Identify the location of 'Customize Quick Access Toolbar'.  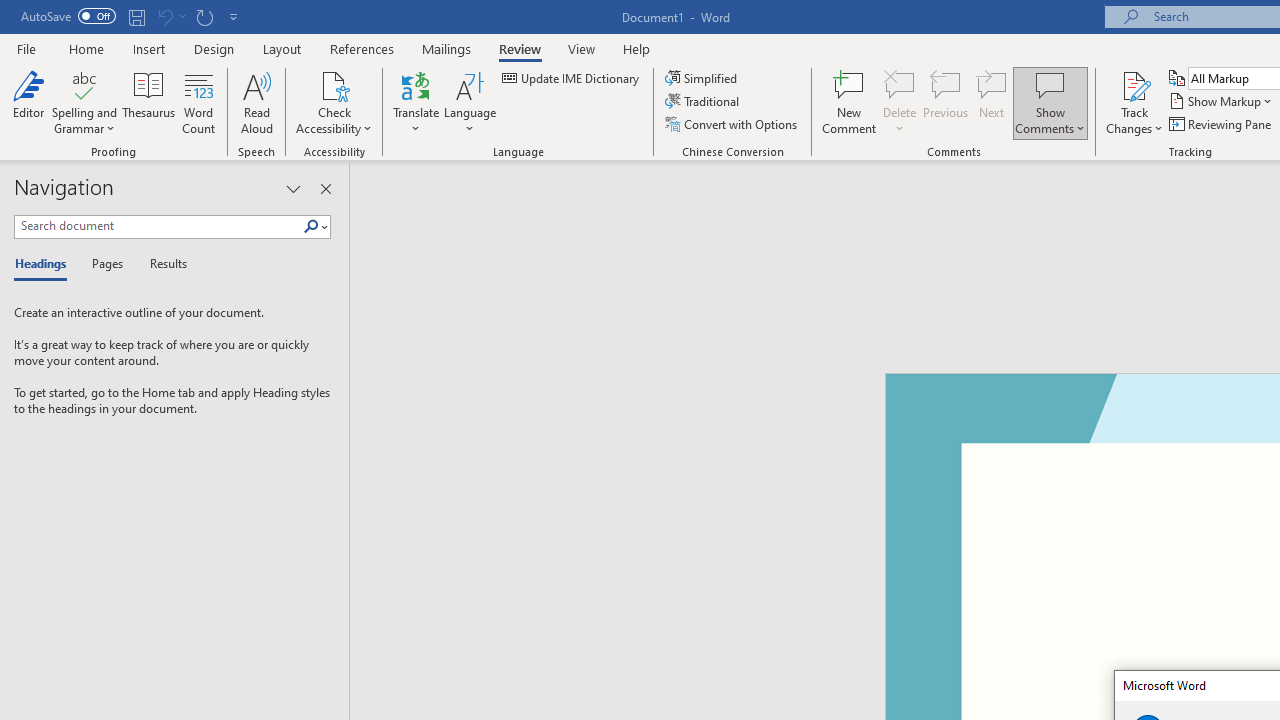
(234, 16).